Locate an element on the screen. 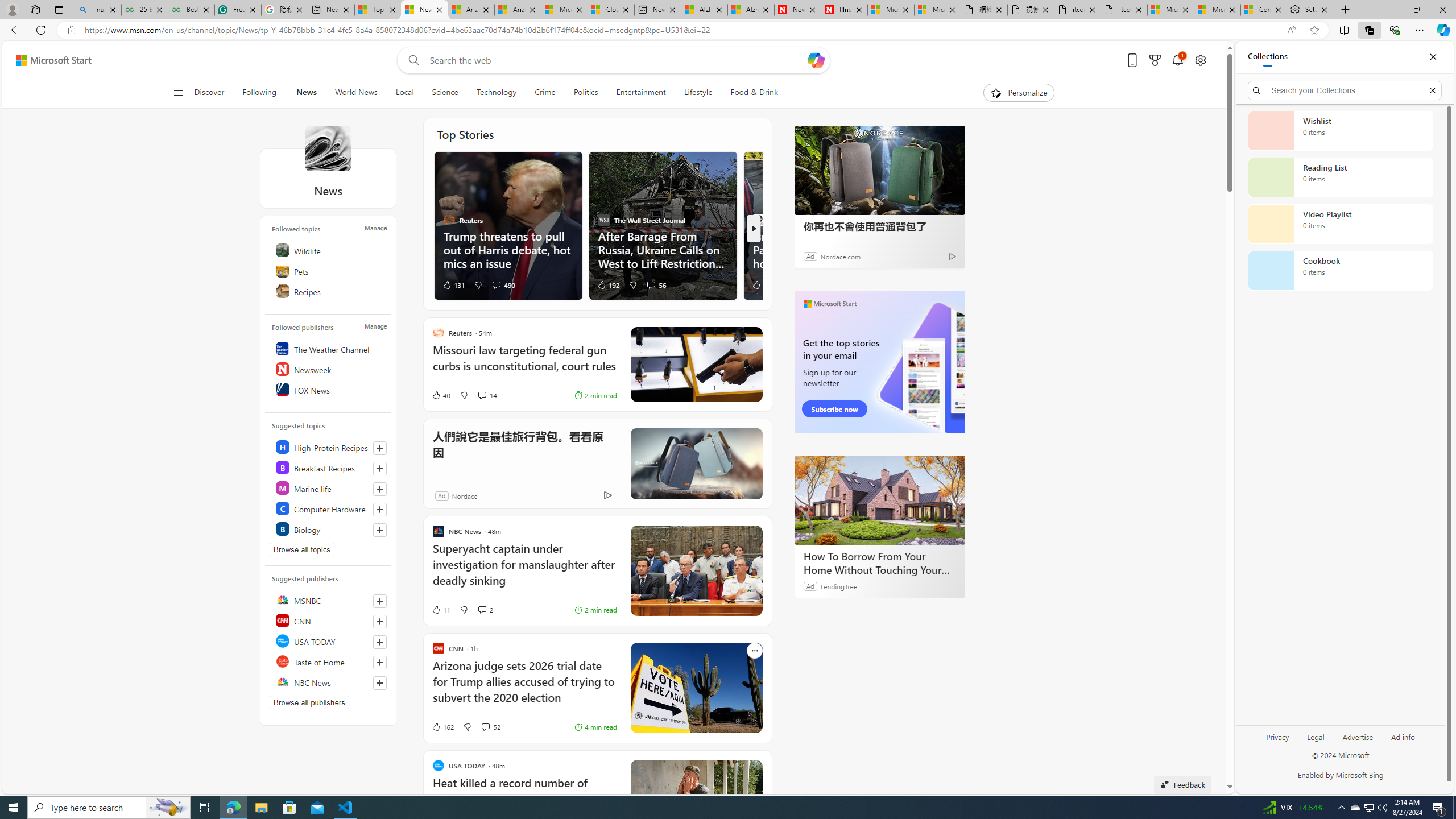  'Crime' is located at coordinates (544, 92).